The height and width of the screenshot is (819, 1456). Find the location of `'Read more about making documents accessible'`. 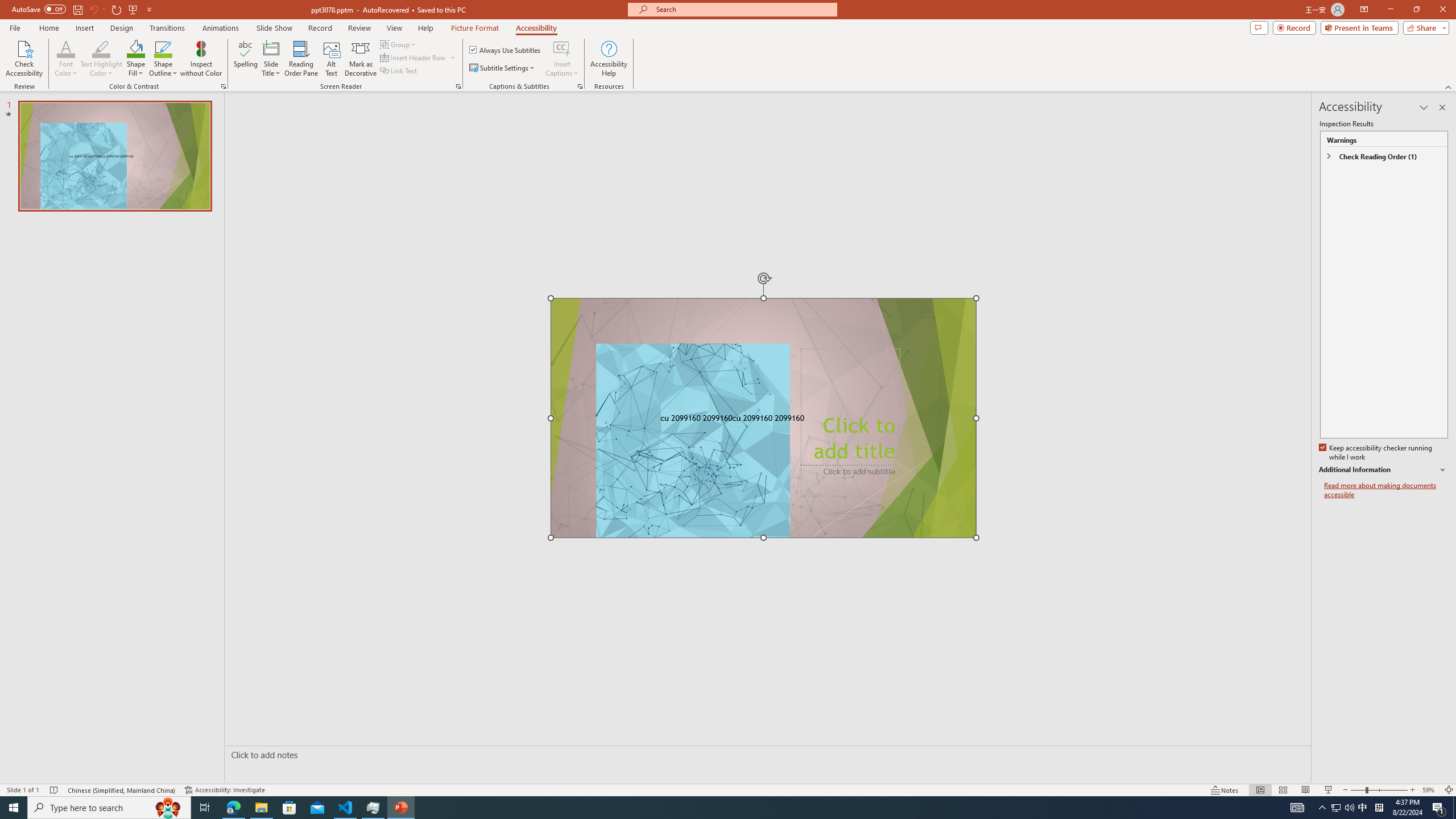

'Read more about making documents accessible' is located at coordinates (1386, 490).